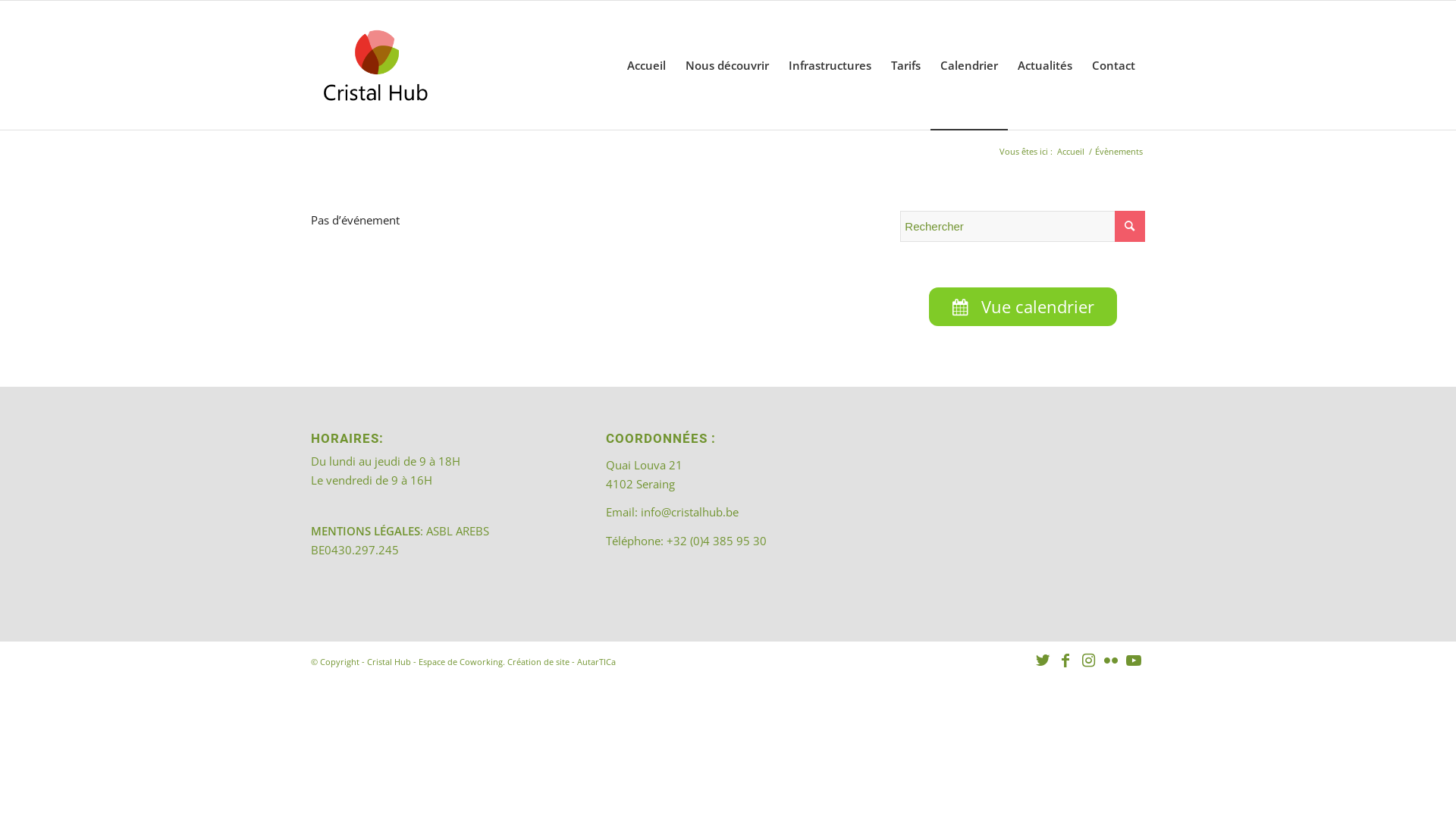 This screenshot has width=1456, height=819. Describe the element at coordinates (1069, 151) in the screenshot. I see `'Accueil'` at that location.